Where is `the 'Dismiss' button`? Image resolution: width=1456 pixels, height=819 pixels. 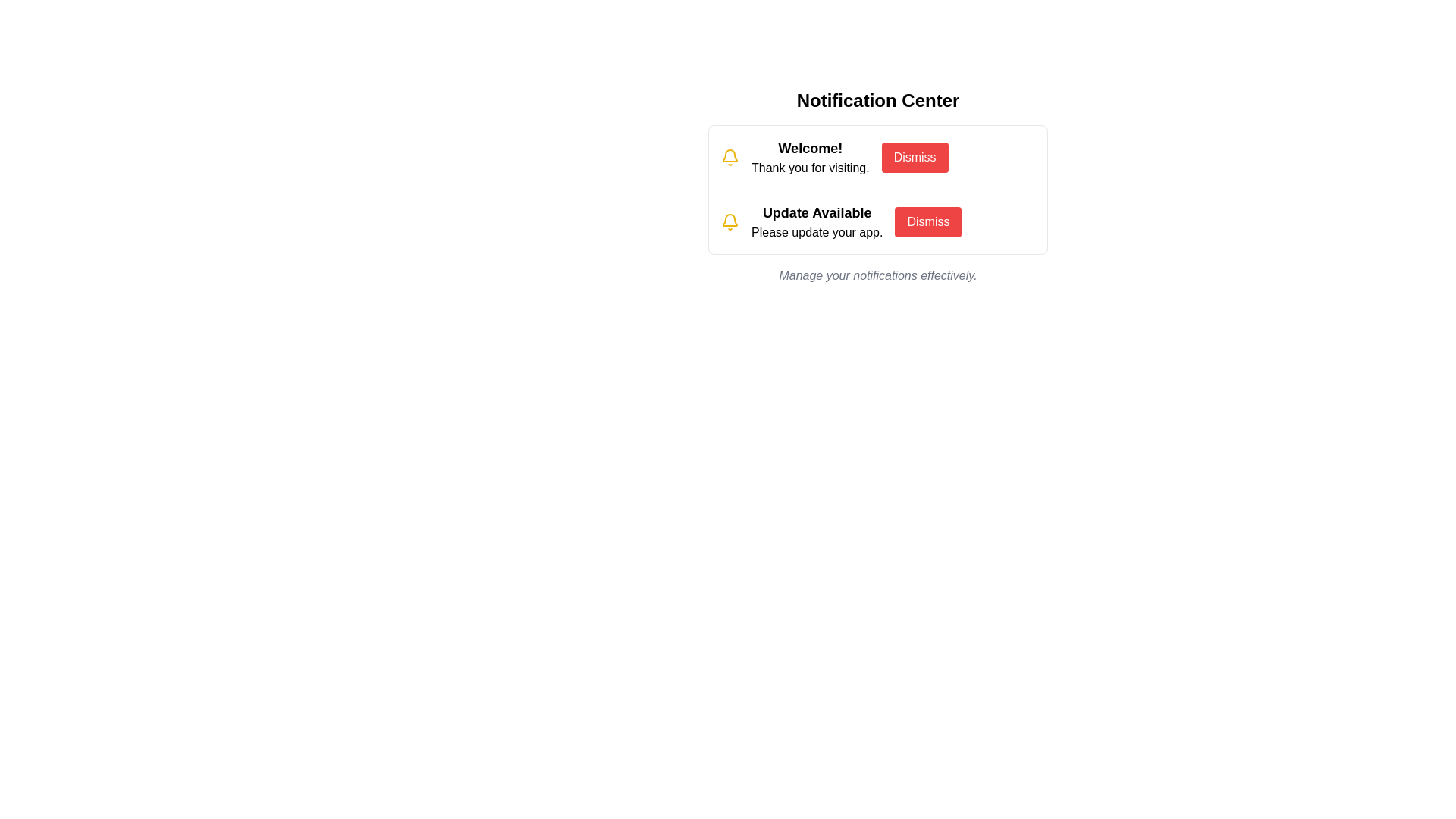 the 'Dismiss' button is located at coordinates (927, 222).